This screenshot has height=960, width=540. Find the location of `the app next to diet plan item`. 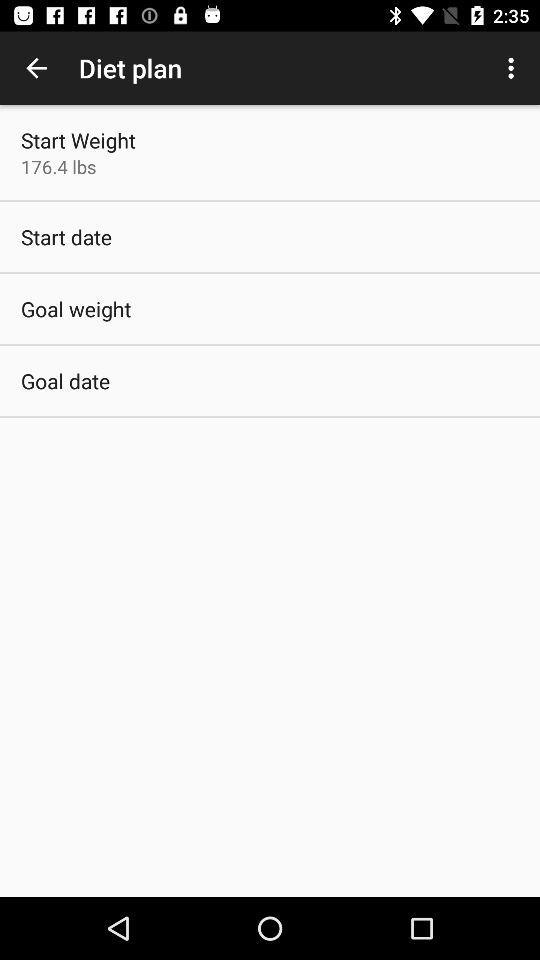

the app next to diet plan item is located at coordinates (36, 68).